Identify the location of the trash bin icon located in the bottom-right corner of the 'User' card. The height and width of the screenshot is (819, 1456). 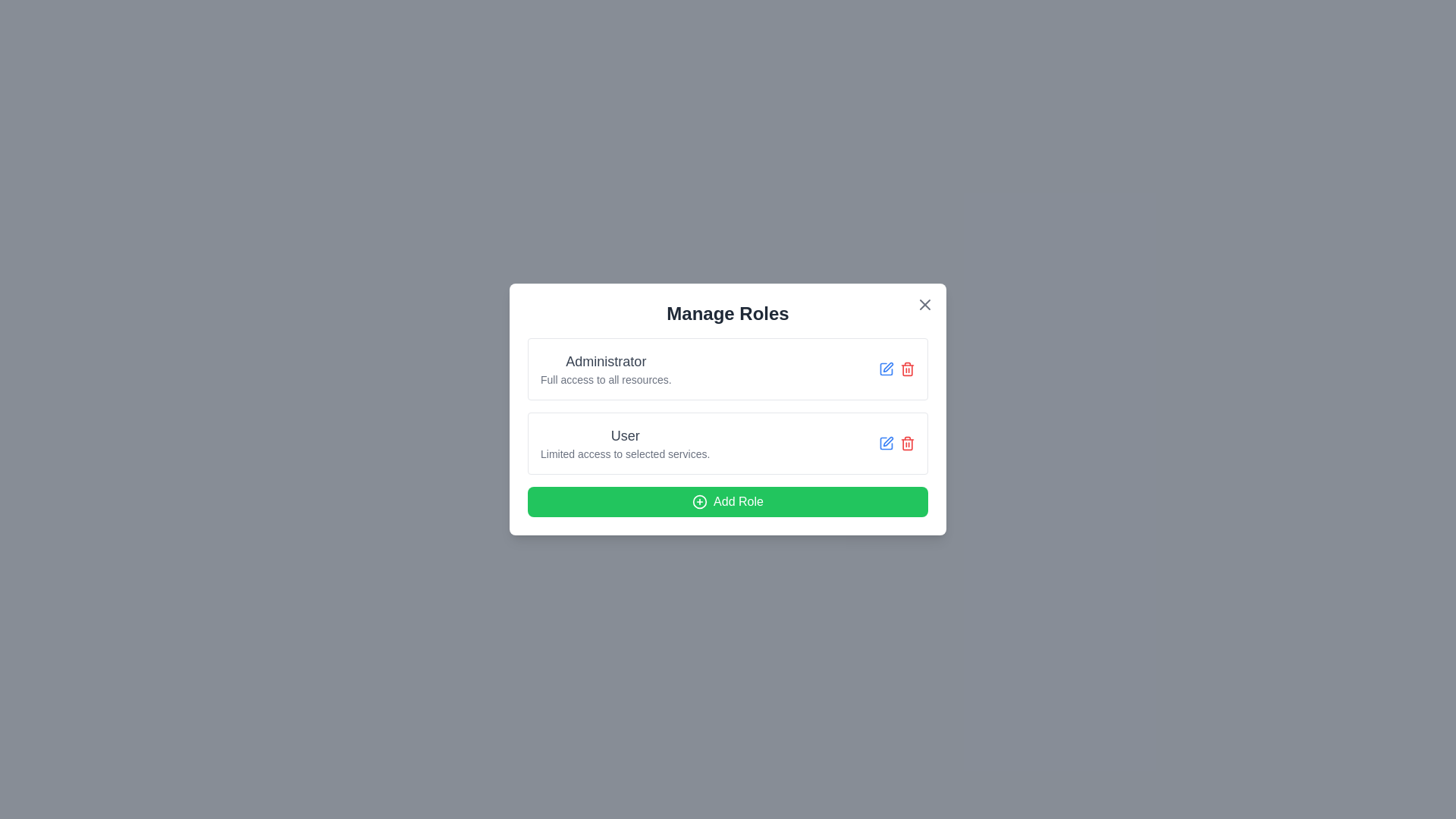
(896, 444).